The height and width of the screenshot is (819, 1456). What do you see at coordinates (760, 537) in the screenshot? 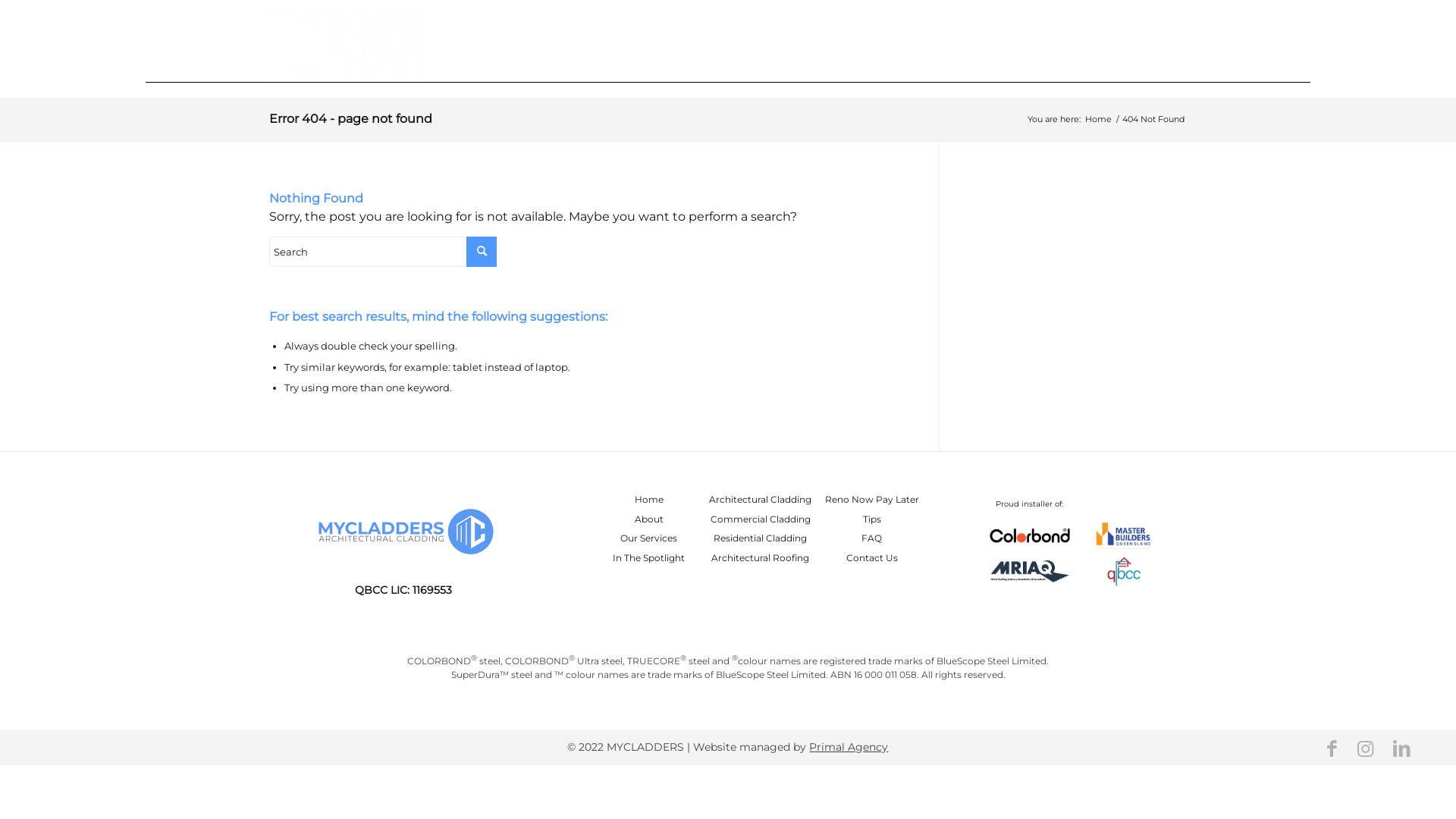
I see `'Residential Cladding'` at bounding box center [760, 537].